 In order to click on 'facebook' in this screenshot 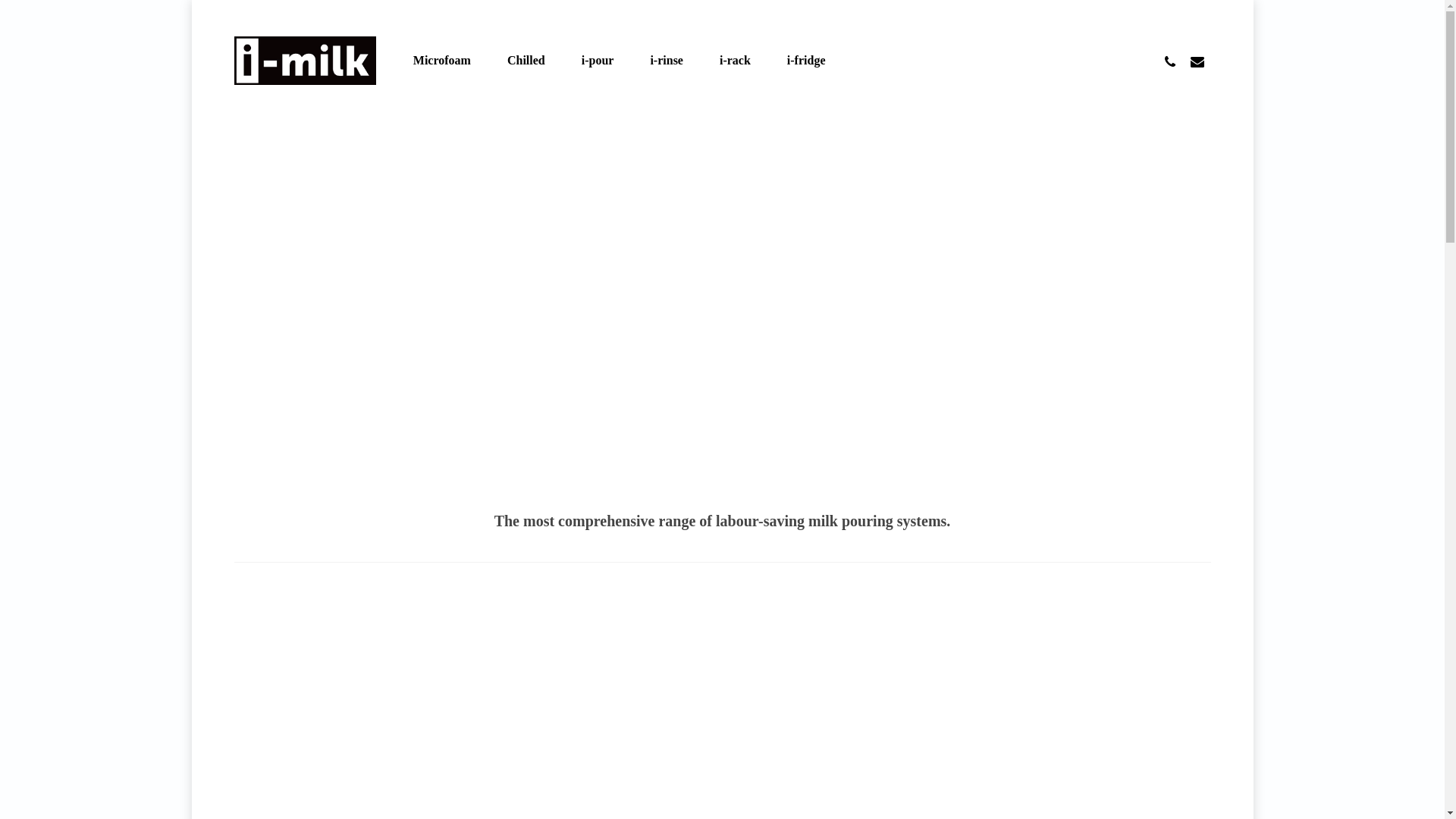, I will do `click(1143, 792)`.